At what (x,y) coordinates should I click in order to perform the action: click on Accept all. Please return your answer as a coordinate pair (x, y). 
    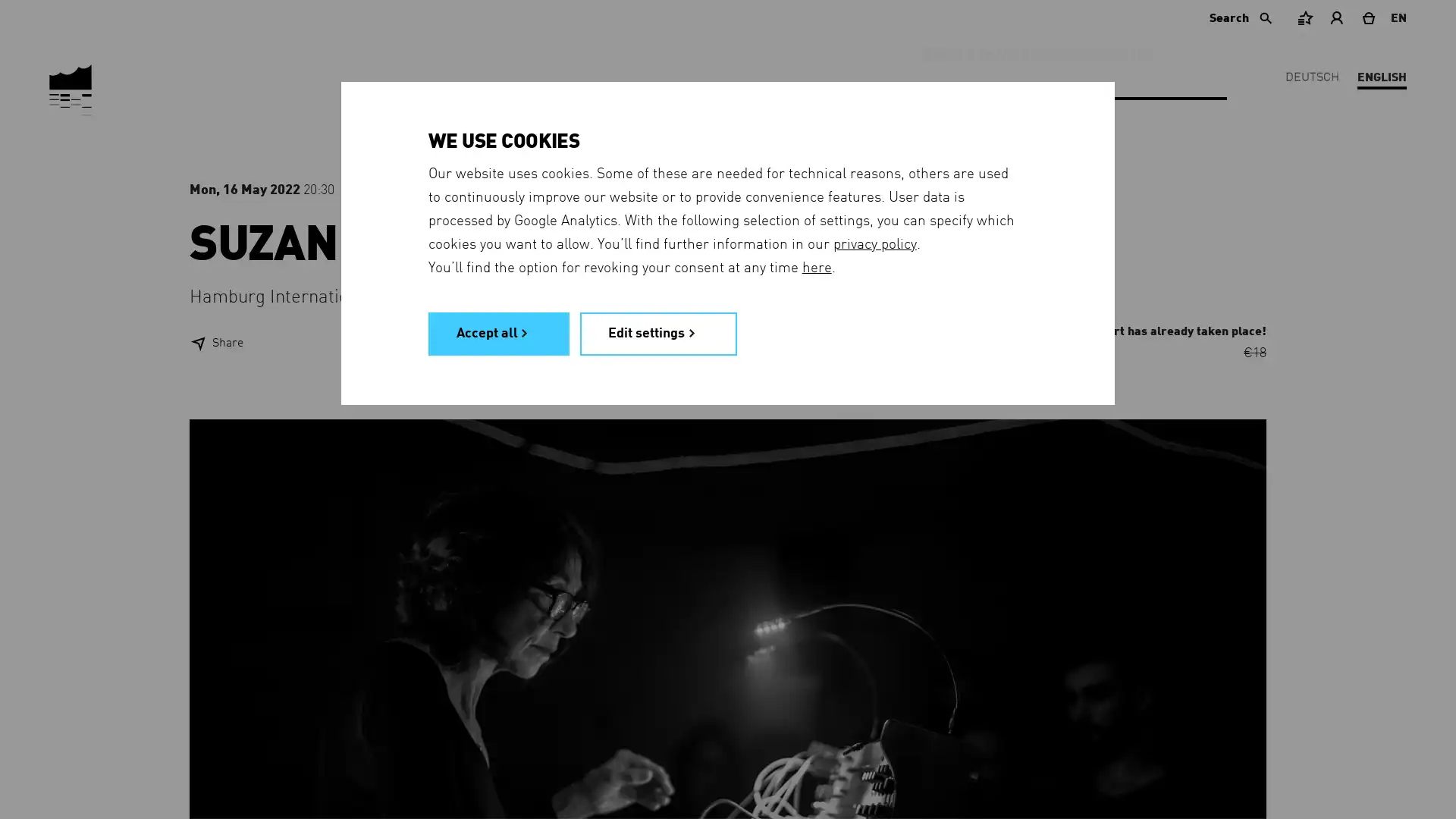
    Looking at the image, I should click on (498, 332).